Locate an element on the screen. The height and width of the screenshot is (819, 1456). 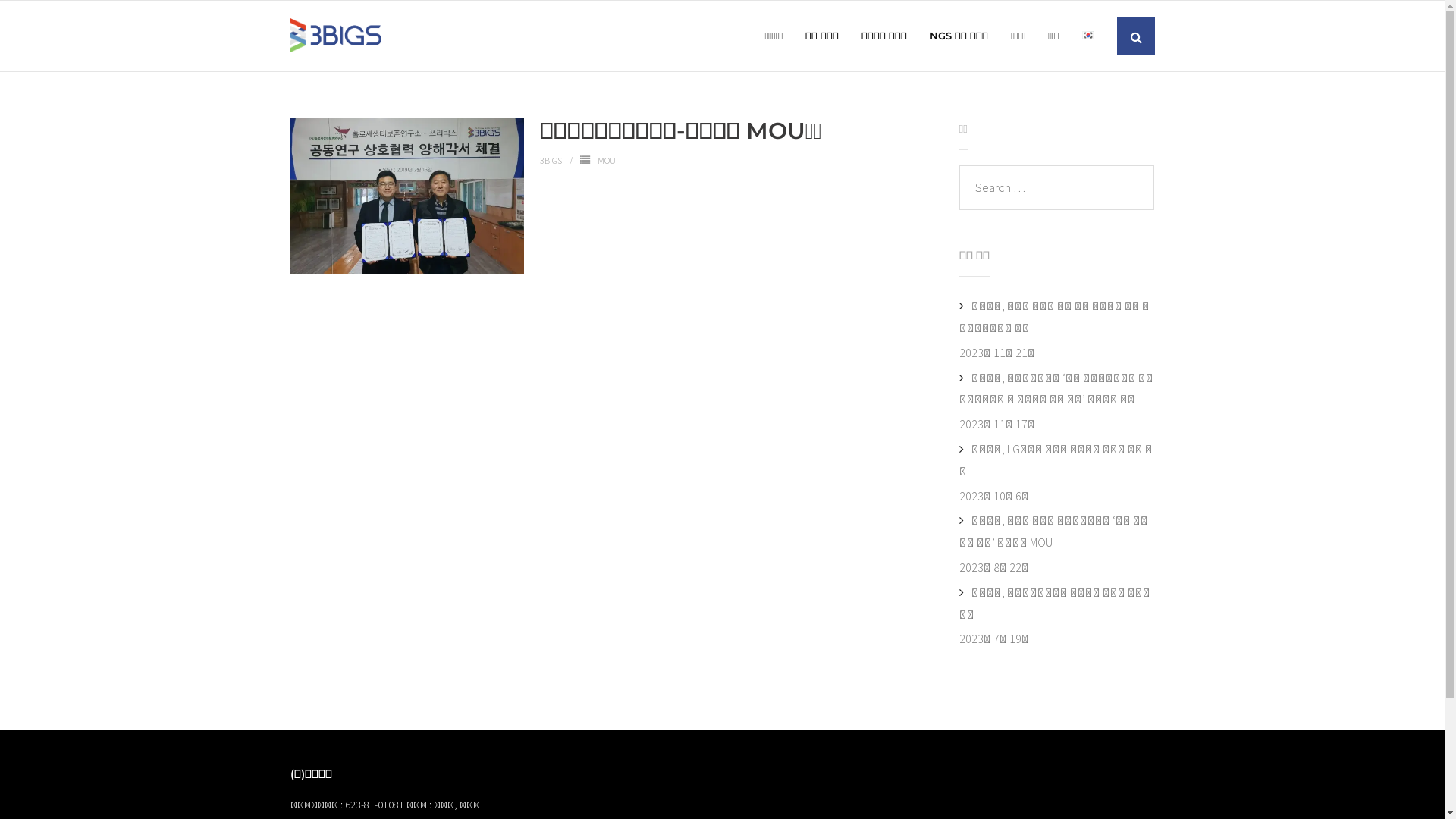
'3BIGS' is located at coordinates (550, 160).